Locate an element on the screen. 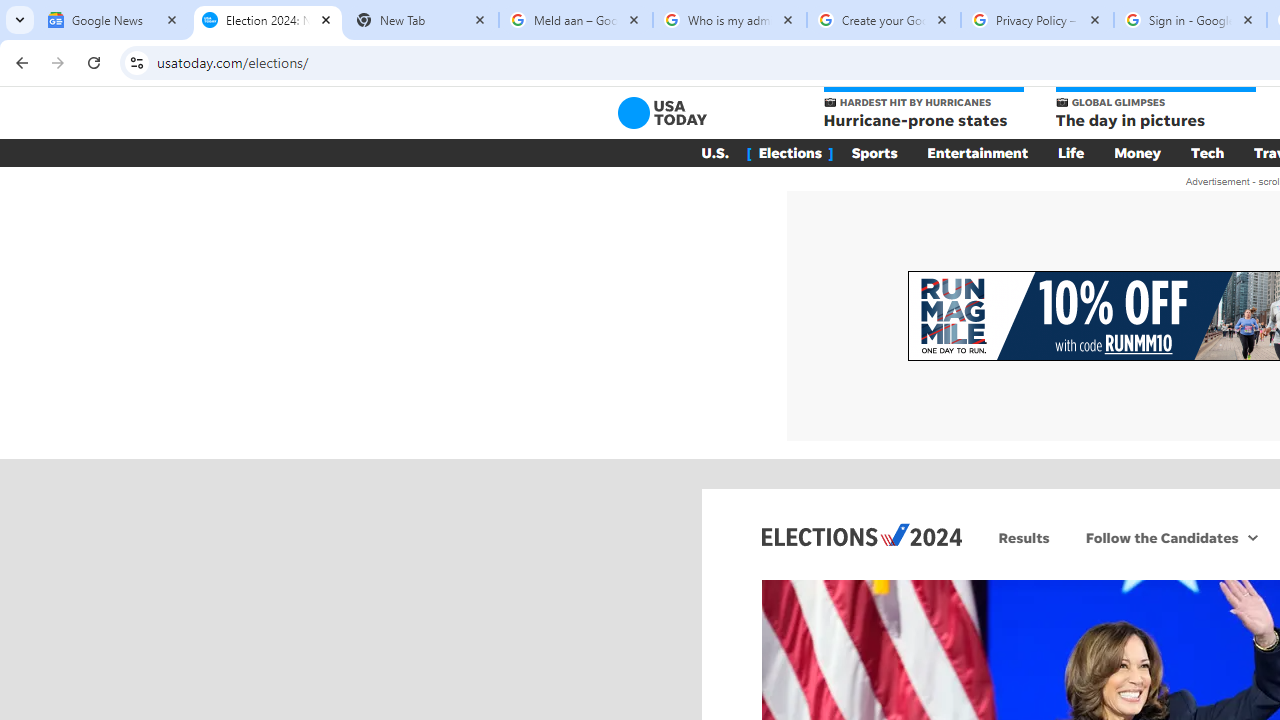 Image resolution: width=1280 pixels, height=720 pixels. 'Results' is located at coordinates (1024, 536).